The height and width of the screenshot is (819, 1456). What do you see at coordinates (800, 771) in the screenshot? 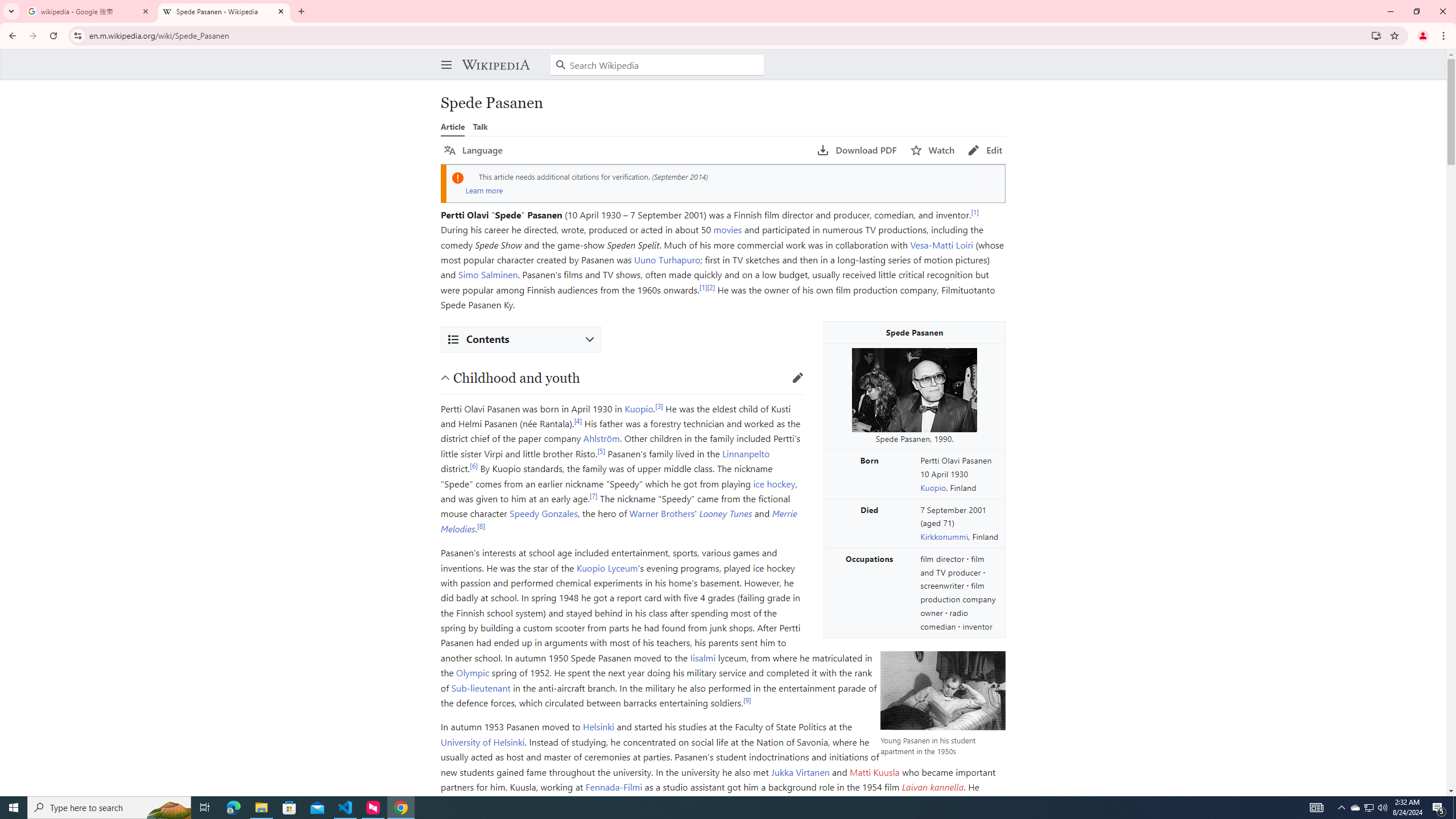
I see `'Jukka Virtanen'` at bounding box center [800, 771].